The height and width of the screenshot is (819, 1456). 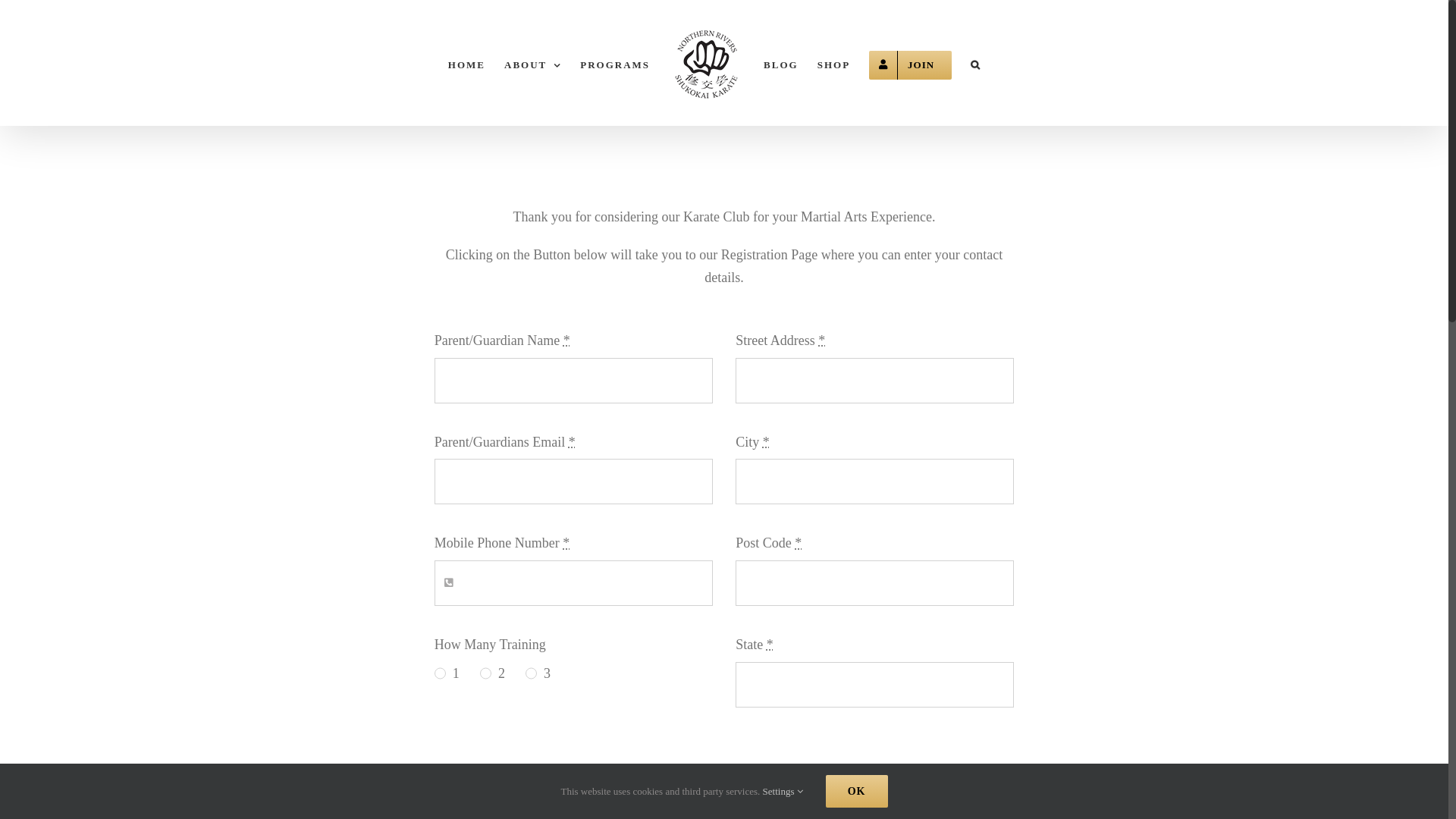 I want to click on 'HOME', so click(x=466, y=62).